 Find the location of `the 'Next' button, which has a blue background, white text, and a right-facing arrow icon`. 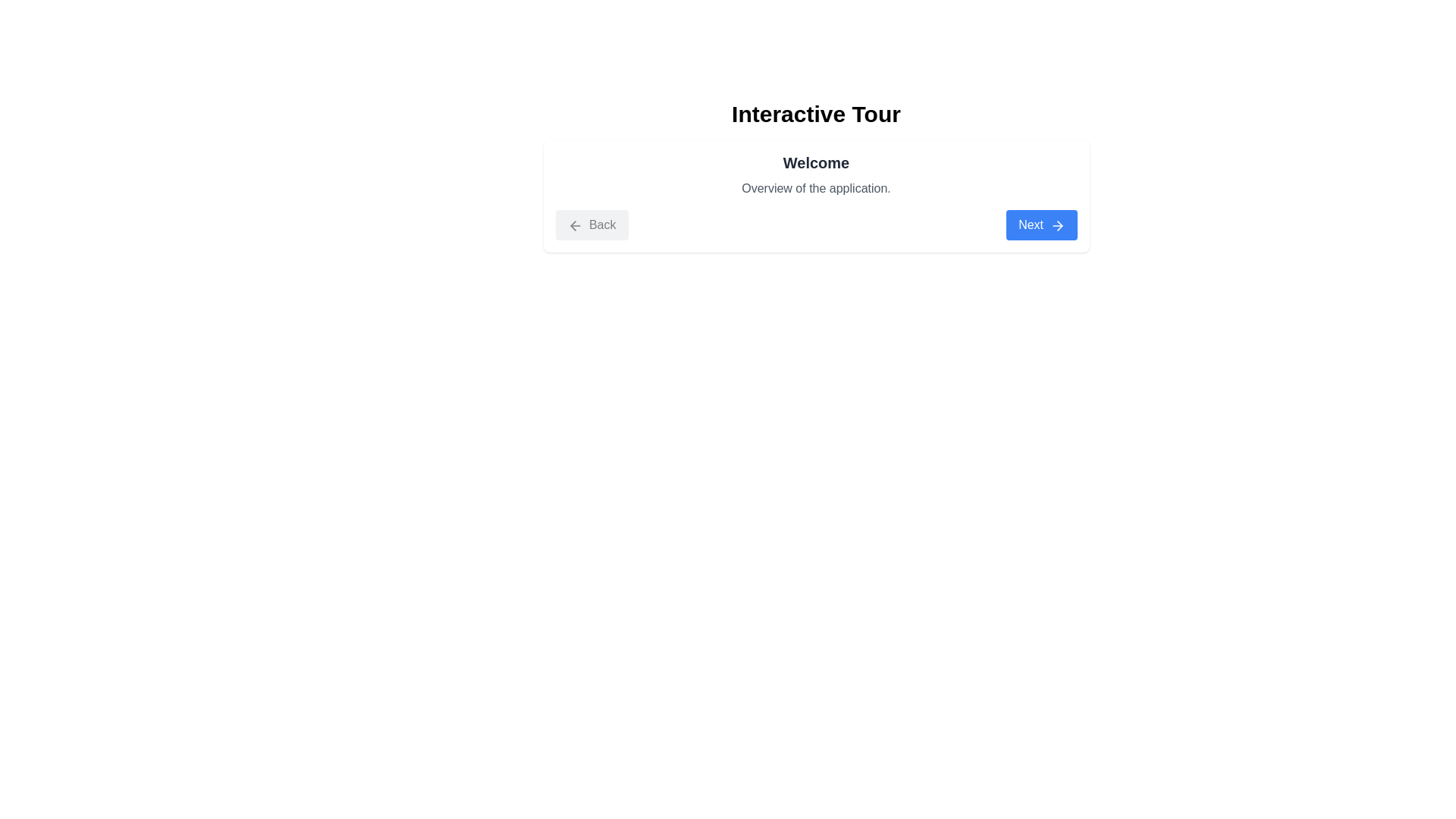

the 'Next' button, which has a blue background, white text, and a right-facing arrow icon is located at coordinates (1040, 225).